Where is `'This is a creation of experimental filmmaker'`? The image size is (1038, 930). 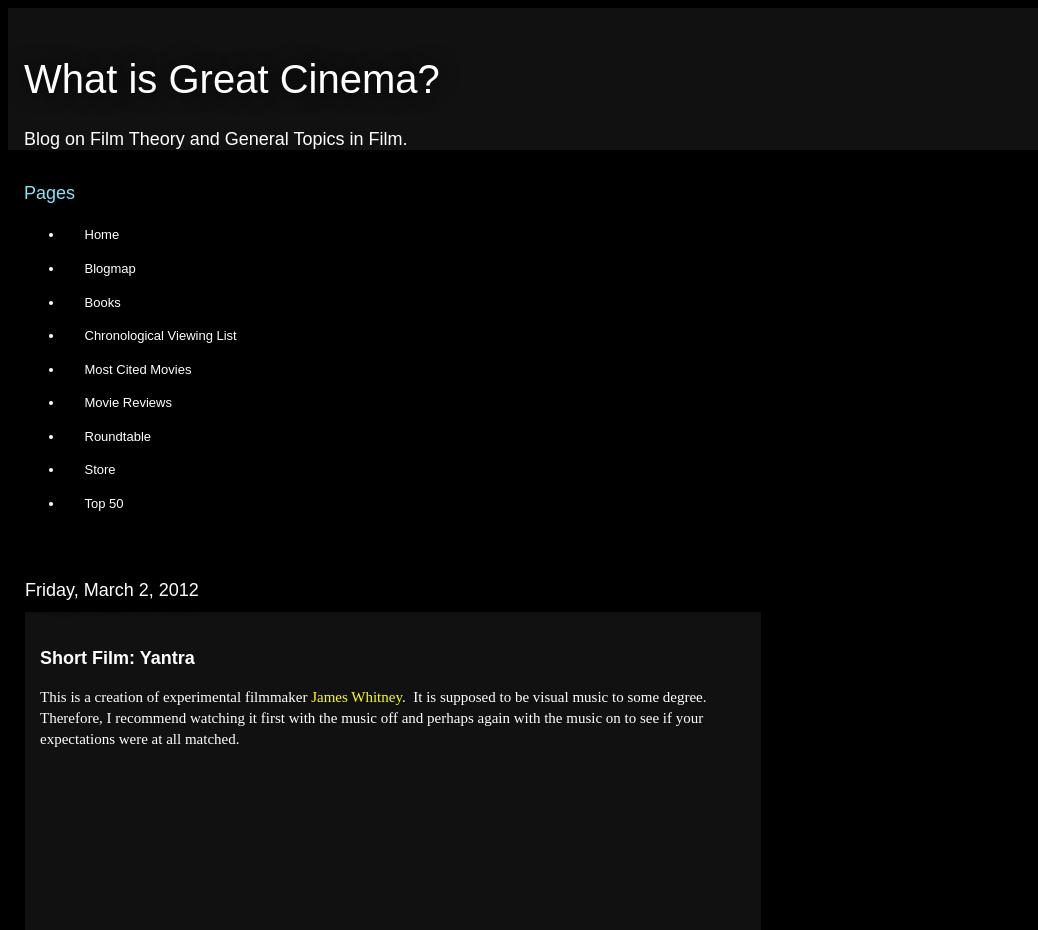
'This is a creation of experimental filmmaker' is located at coordinates (174, 695).